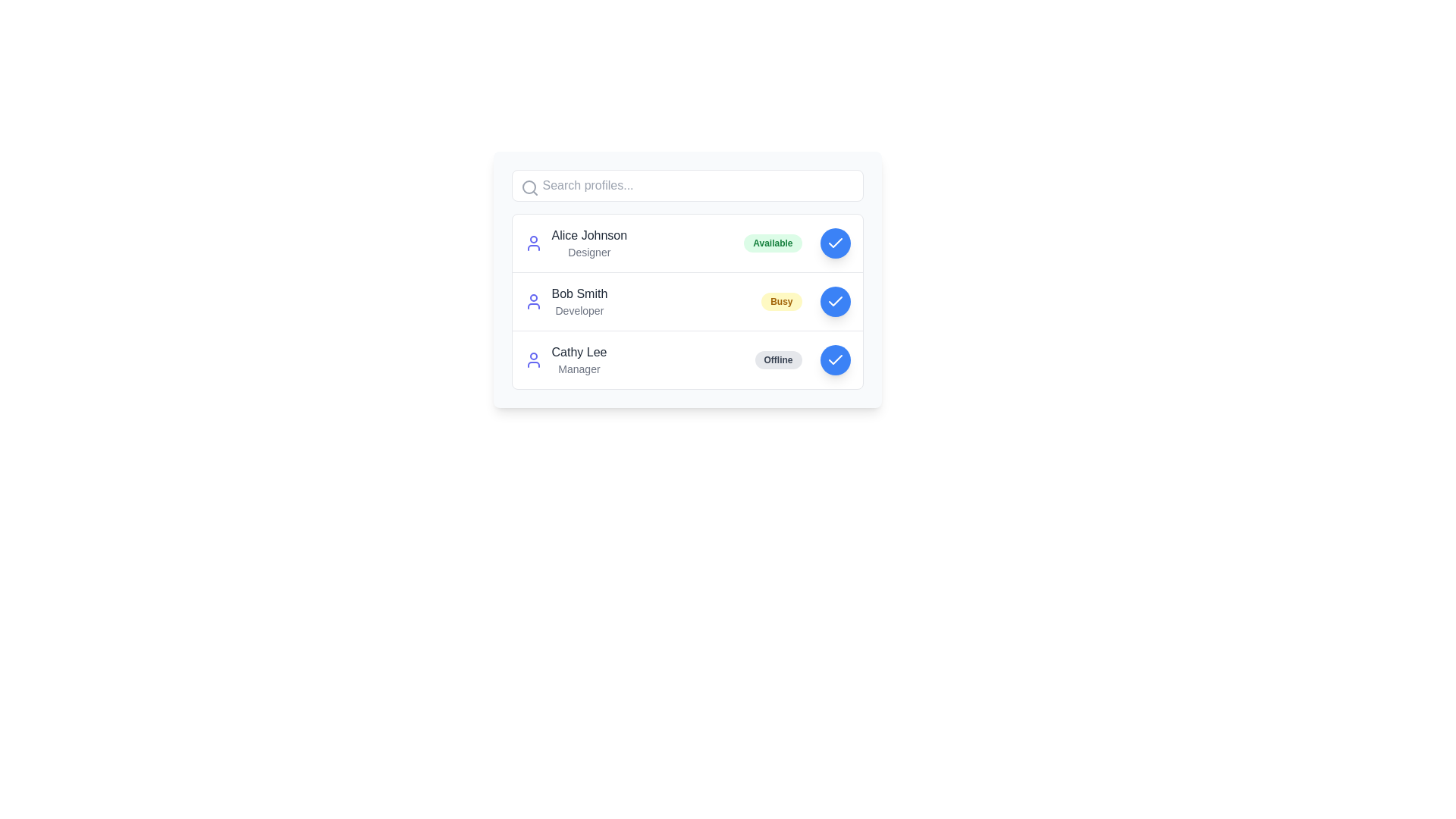 This screenshot has height=819, width=1456. Describe the element at coordinates (778, 359) in the screenshot. I see `the static status label indicating 'Offline' for the user 'Cathy Lee', which is positioned immediately before a round blue button on the far right` at that location.